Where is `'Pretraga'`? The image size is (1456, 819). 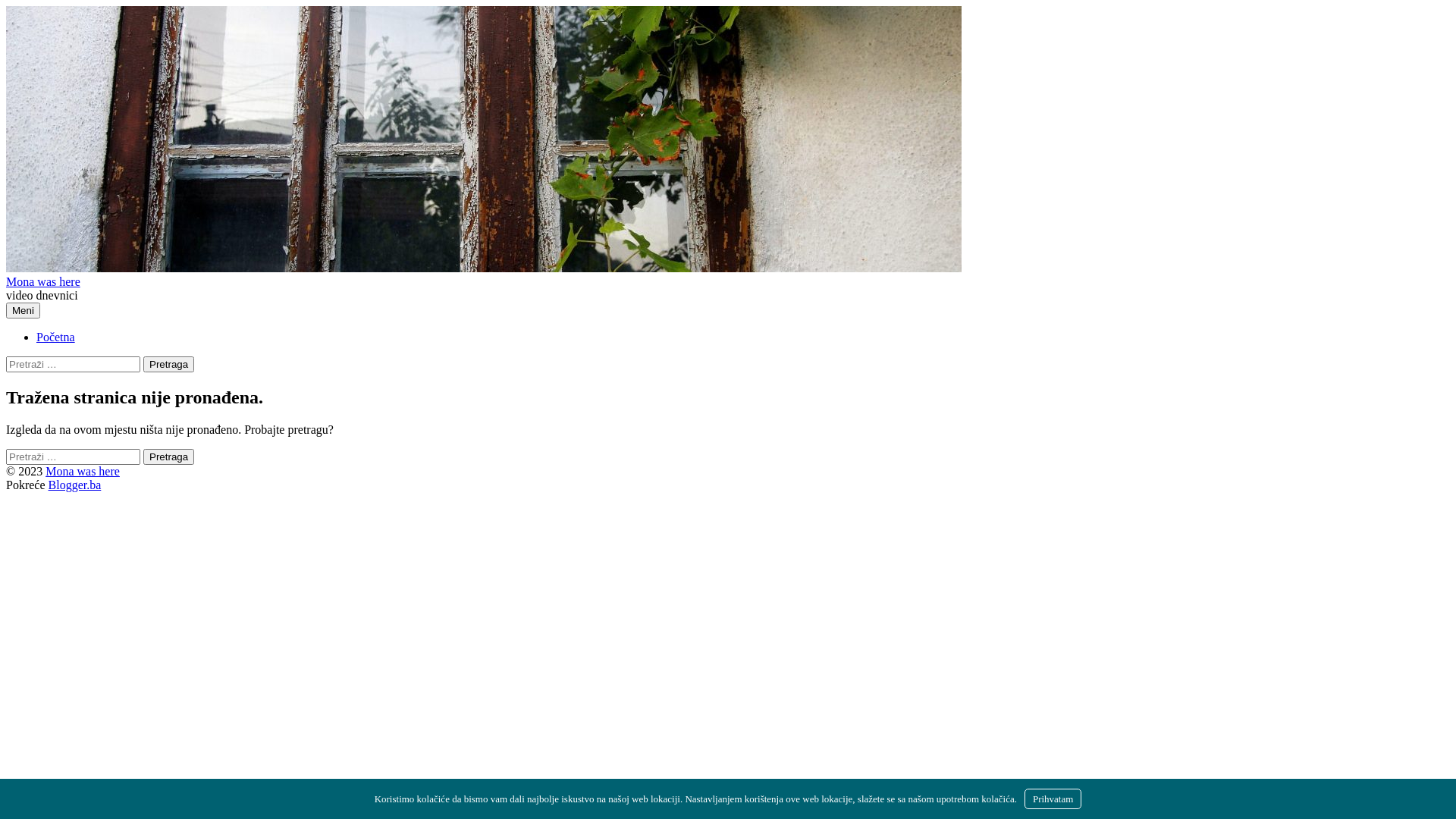 'Pretraga' is located at coordinates (168, 364).